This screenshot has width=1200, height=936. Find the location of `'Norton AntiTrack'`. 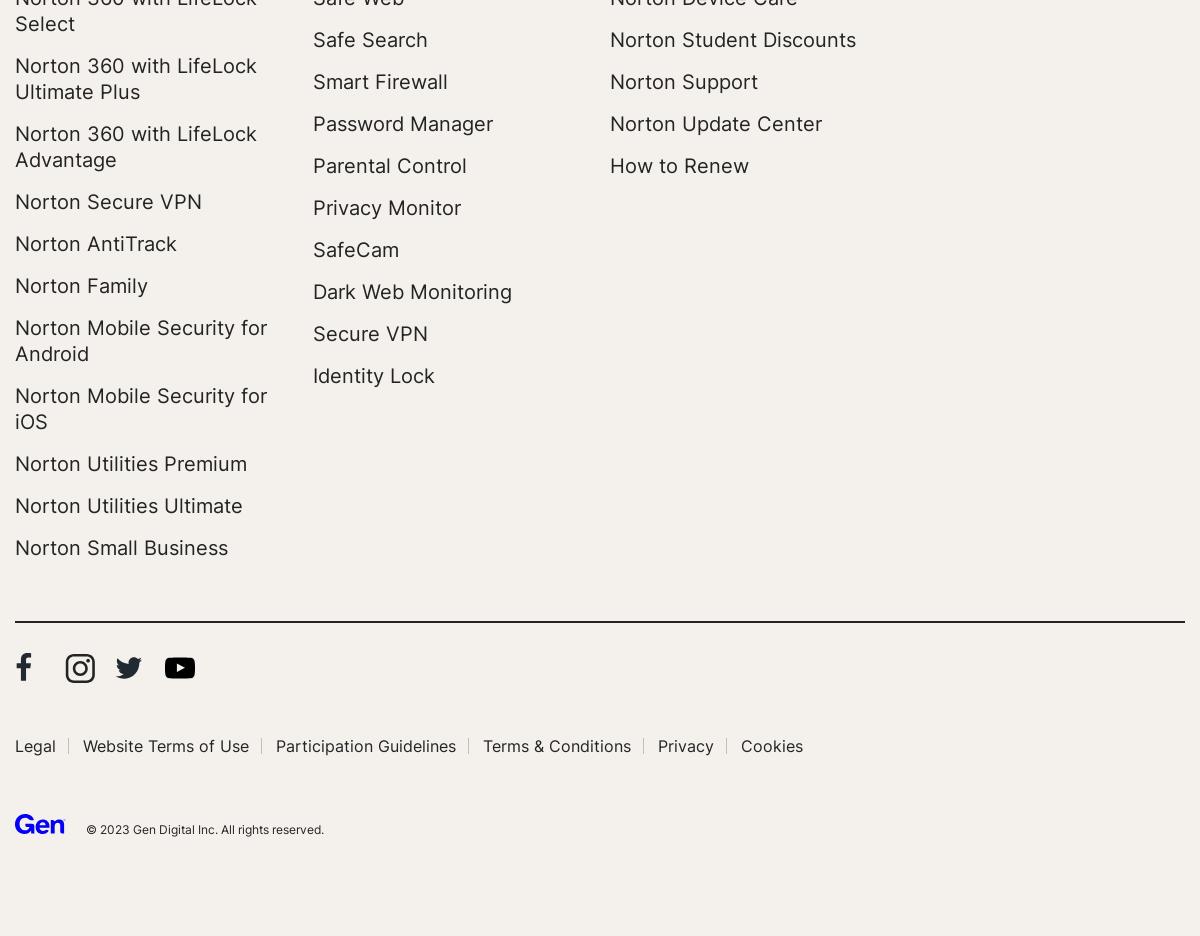

'Norton AntiTrack' is located at coordinates (96, 243).